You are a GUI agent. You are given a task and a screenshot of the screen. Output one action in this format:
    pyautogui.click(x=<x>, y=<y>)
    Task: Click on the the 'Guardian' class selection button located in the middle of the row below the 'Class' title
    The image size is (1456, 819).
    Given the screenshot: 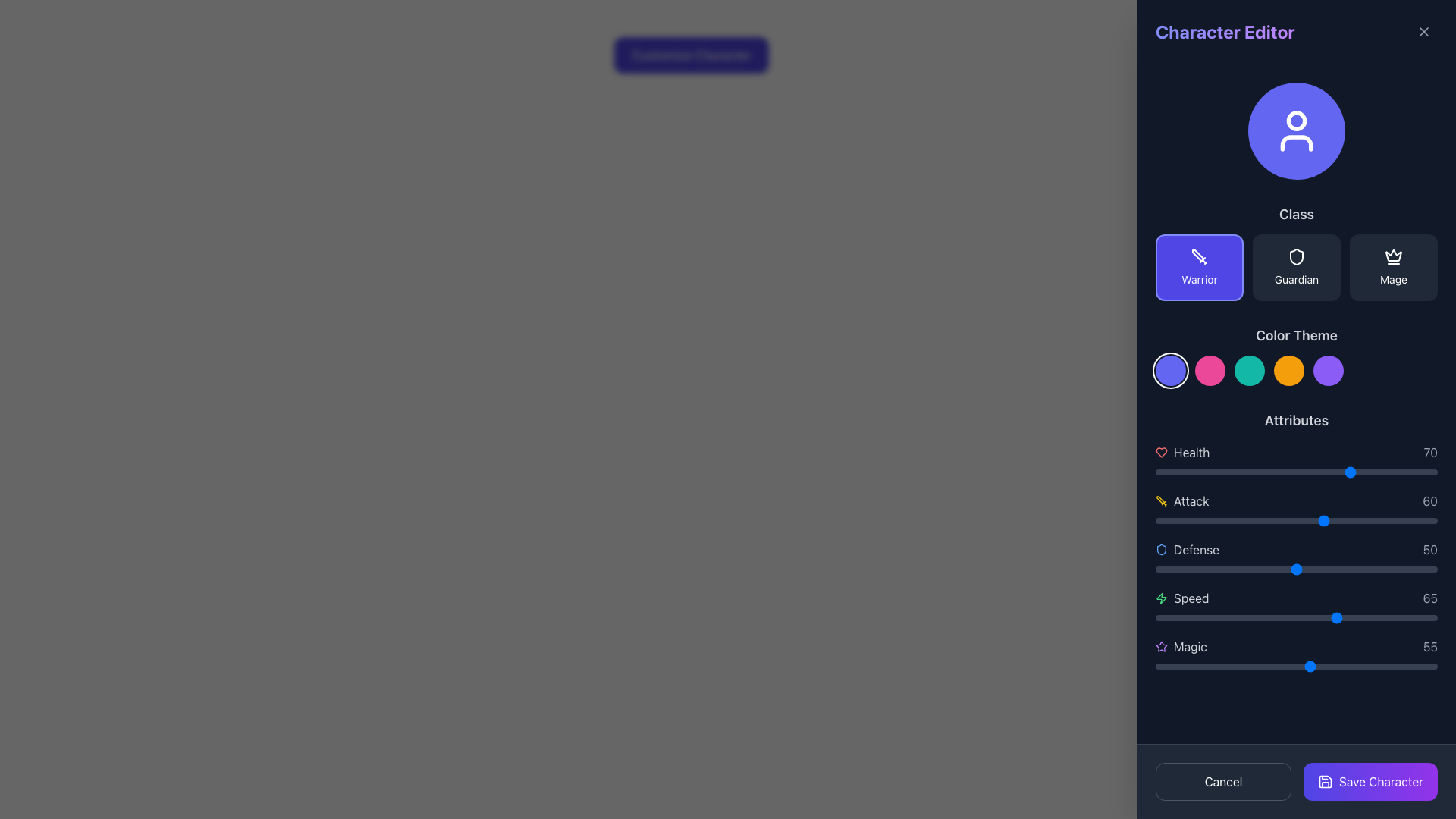 What is the action you would take?
    pyautogui.click(x=1295, y=251)
    